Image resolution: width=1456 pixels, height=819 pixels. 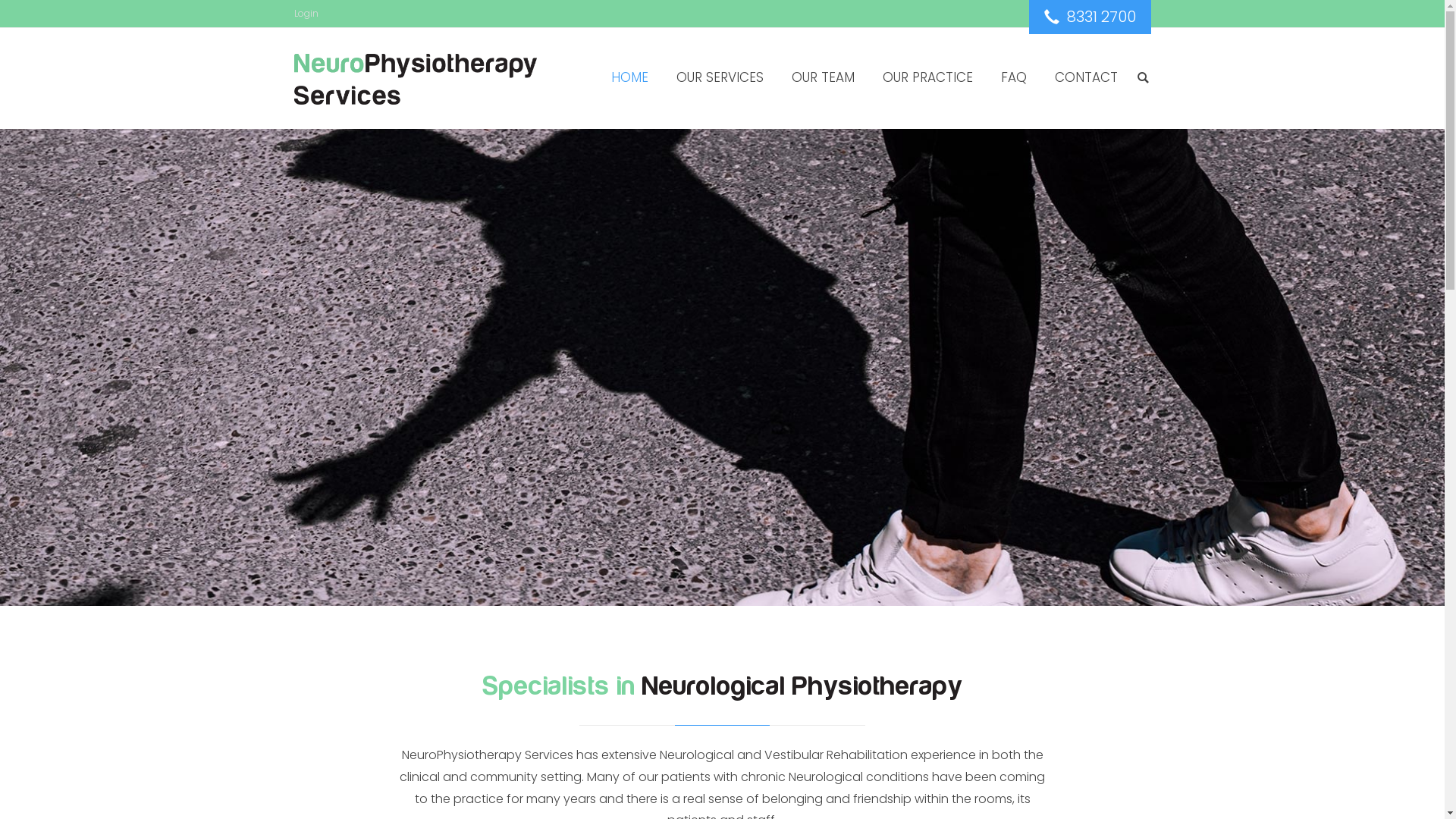 What do you see at coordinates (822, 77) in the screenshot?
I see `'OUR TEAM'` at bounding box center [822, 77].